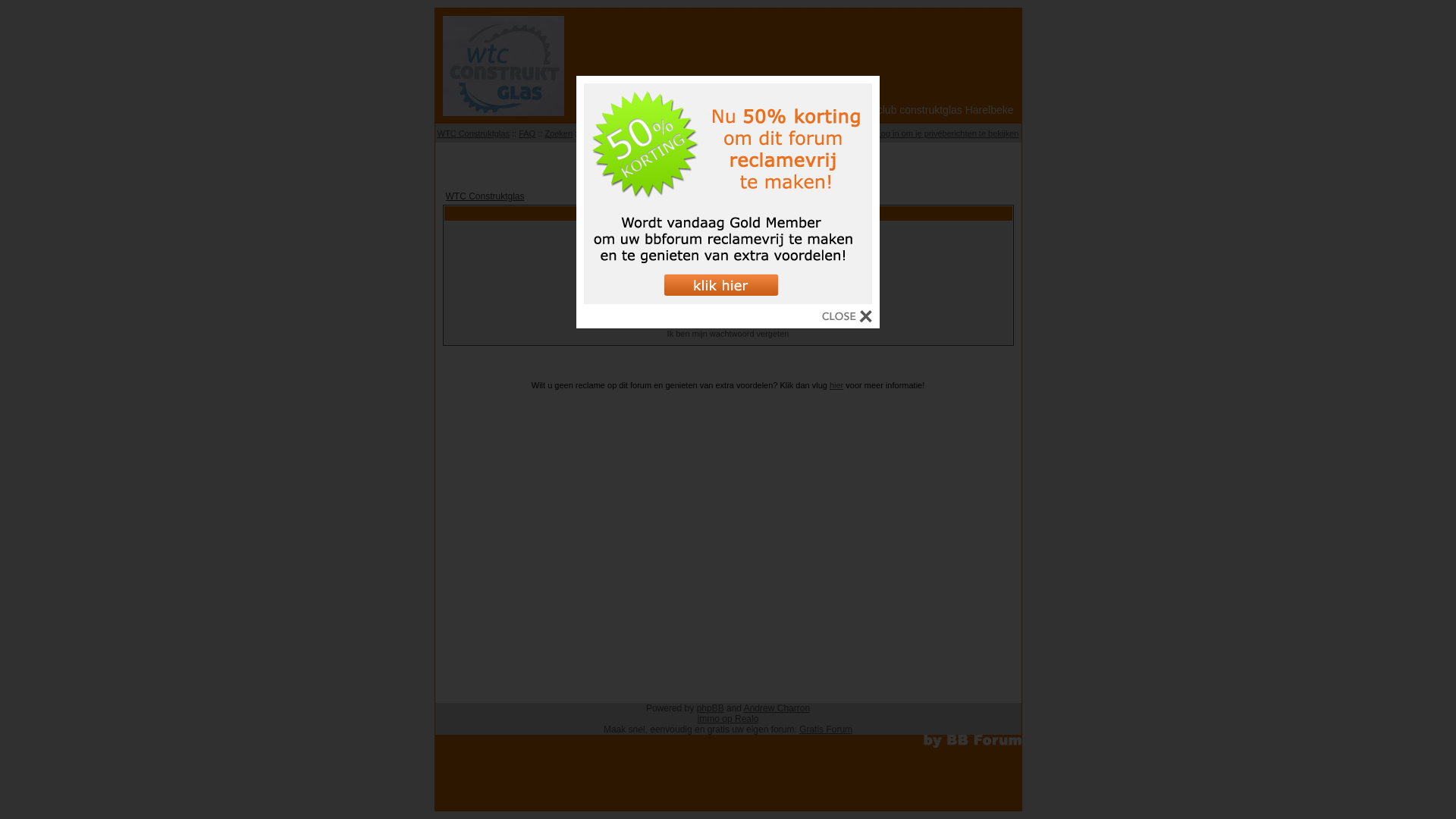  Describe the element at coordinates (728, 332) in the screenshot. I see `'Ik ben mijn wachtwoord vergeten'` at that location.